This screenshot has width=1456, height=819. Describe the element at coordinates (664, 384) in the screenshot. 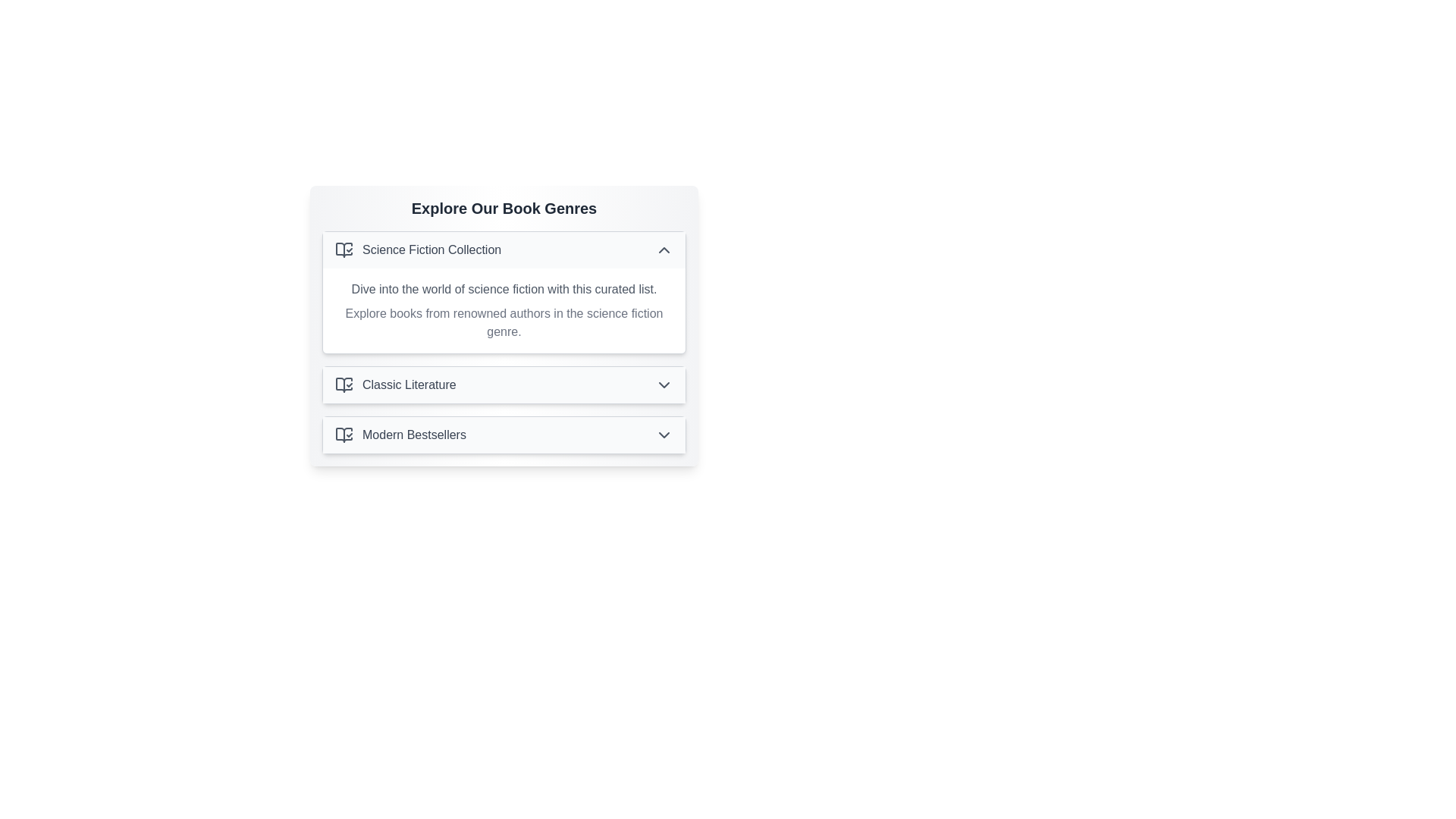

I see `the Dropdown indicator (Chevron Down Icon) located on the right side of the 'Classic Literature' section` at that location.